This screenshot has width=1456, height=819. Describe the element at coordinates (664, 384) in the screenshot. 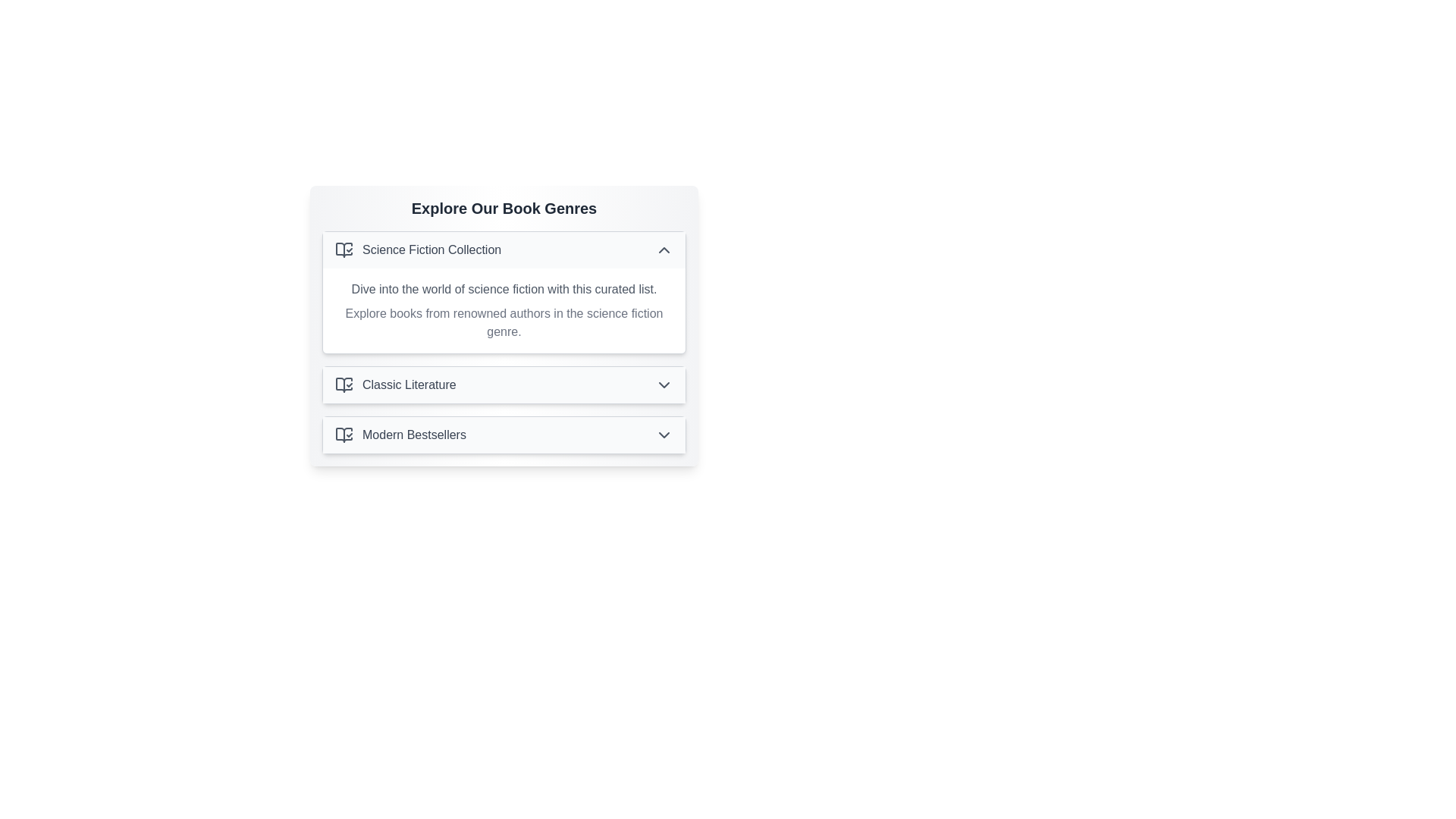

I see `the Dropdown indicator (Chevron Down Icon) located on the right side of the 'Classic Literature' section` at that location.